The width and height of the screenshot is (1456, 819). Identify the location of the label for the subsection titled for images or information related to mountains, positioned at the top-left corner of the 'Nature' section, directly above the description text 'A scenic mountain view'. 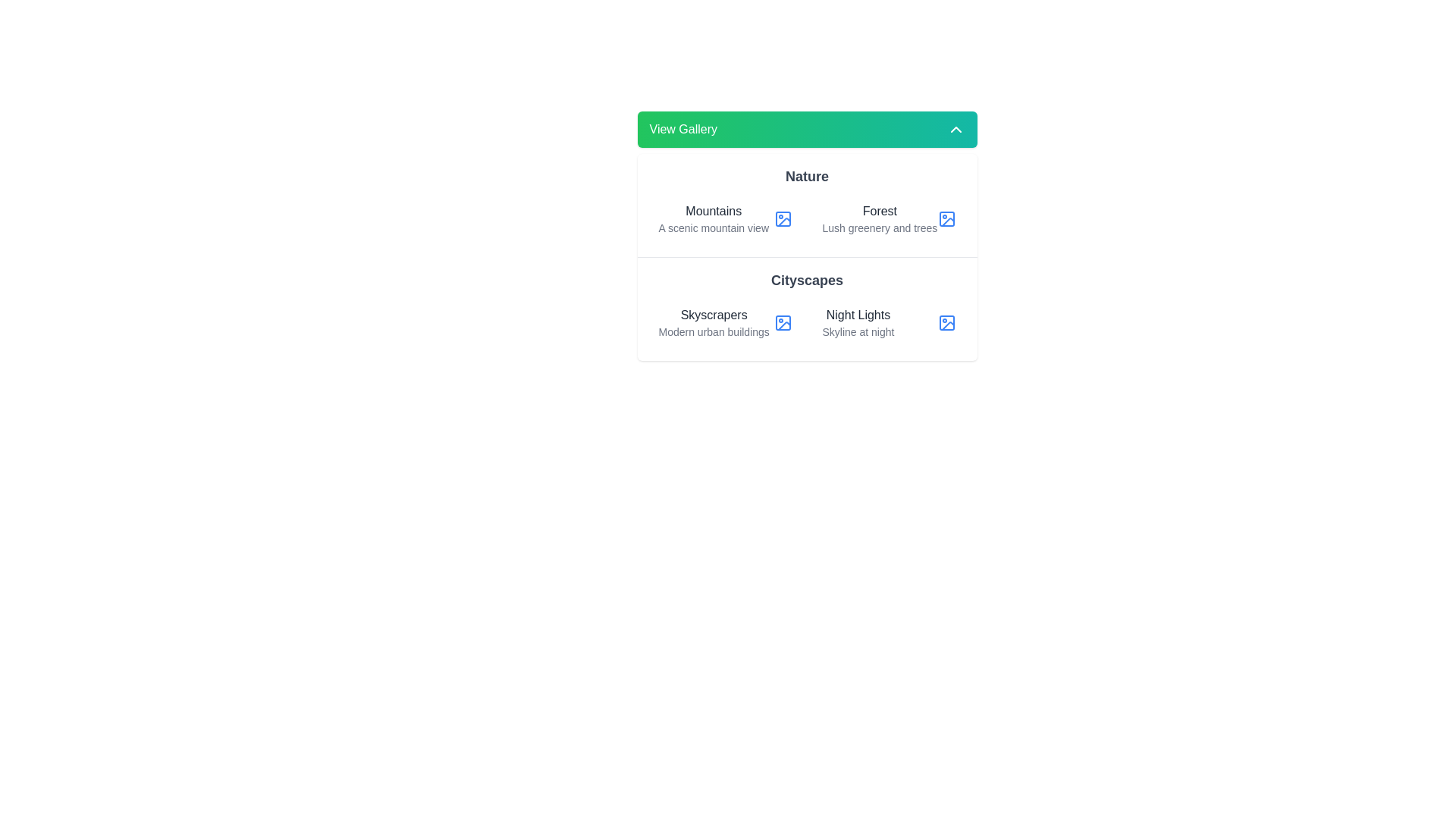
(713, 211).